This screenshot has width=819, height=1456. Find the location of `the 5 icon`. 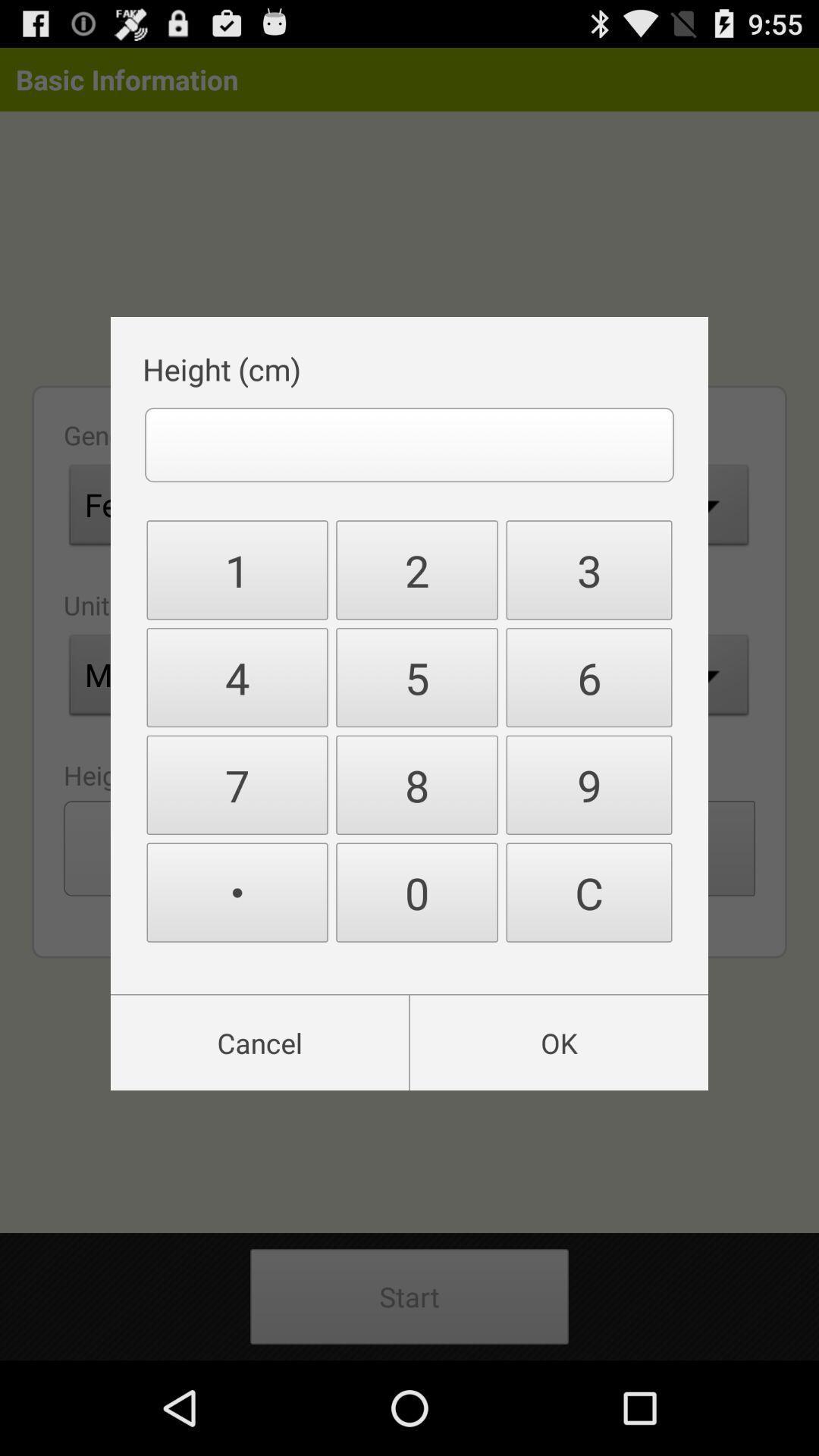

the 5 icon is located at coordinates (417, 676).